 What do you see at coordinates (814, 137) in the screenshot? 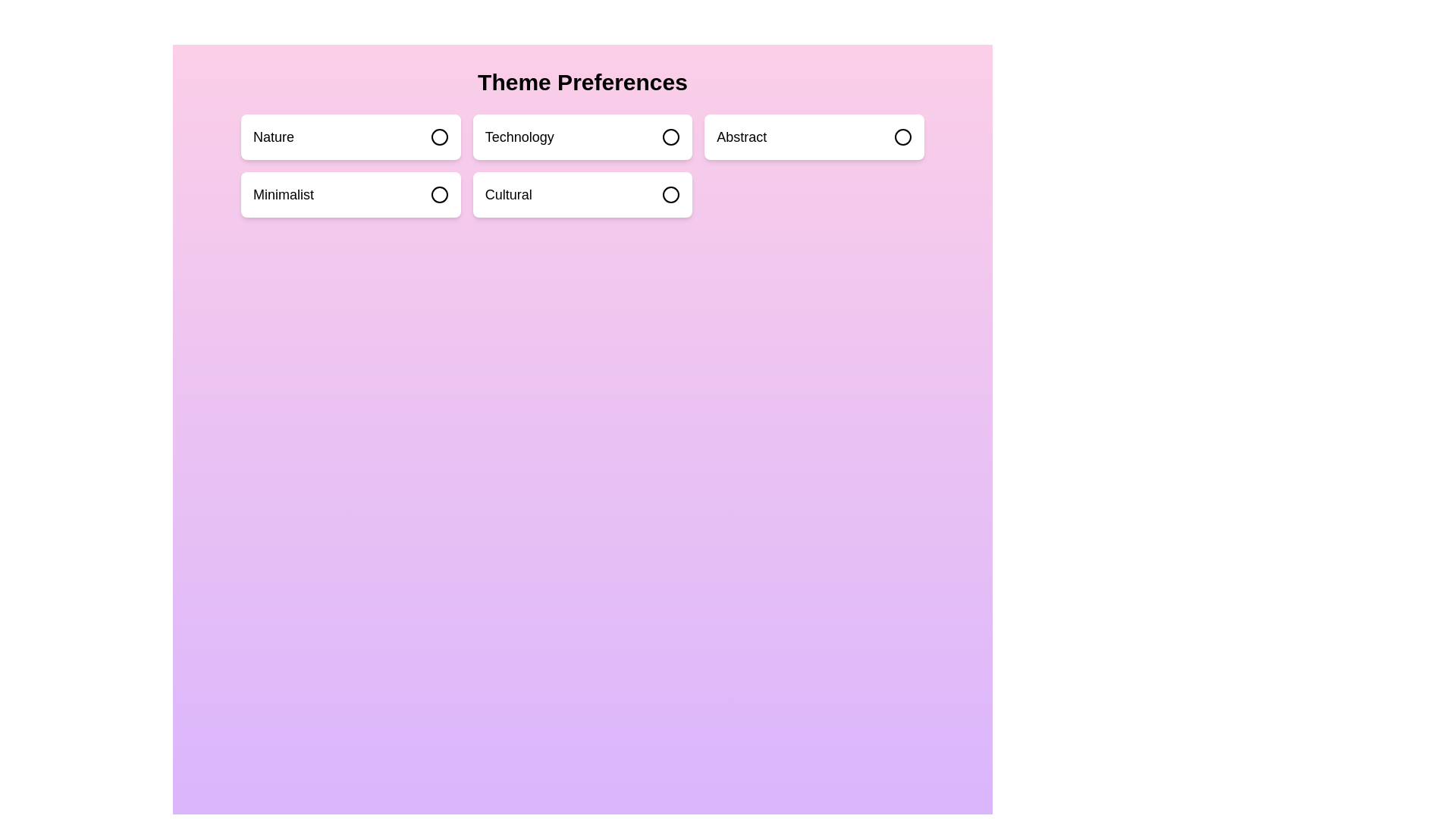
I see `the theme box labeled Abstract` at bounding box center [814, 137].